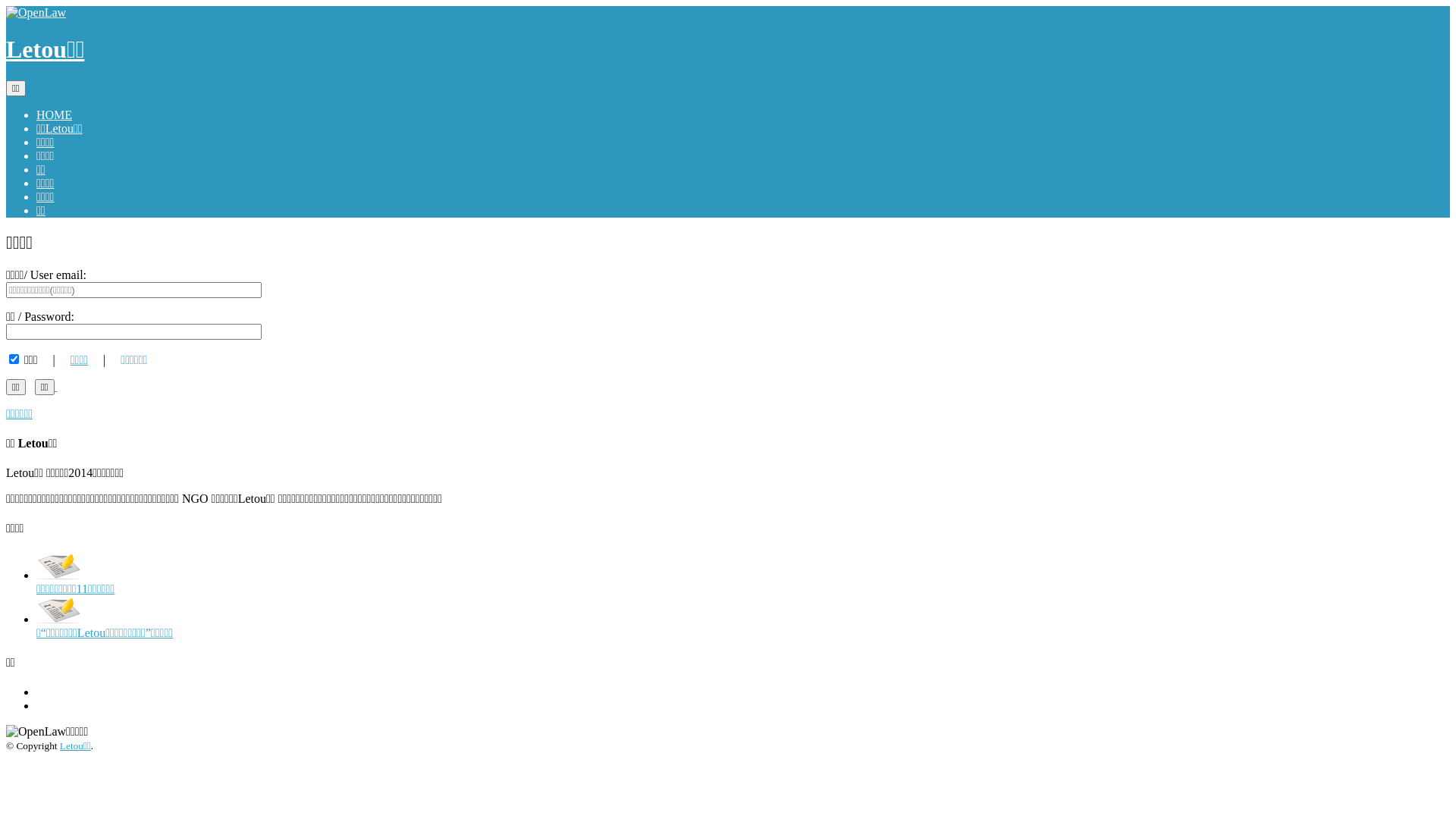 This screenshot has width=1456, height=819. What do you see at coordinates (36, 114) in the screenshot?
I see `'HOME'` at bounding box center [36, 114].